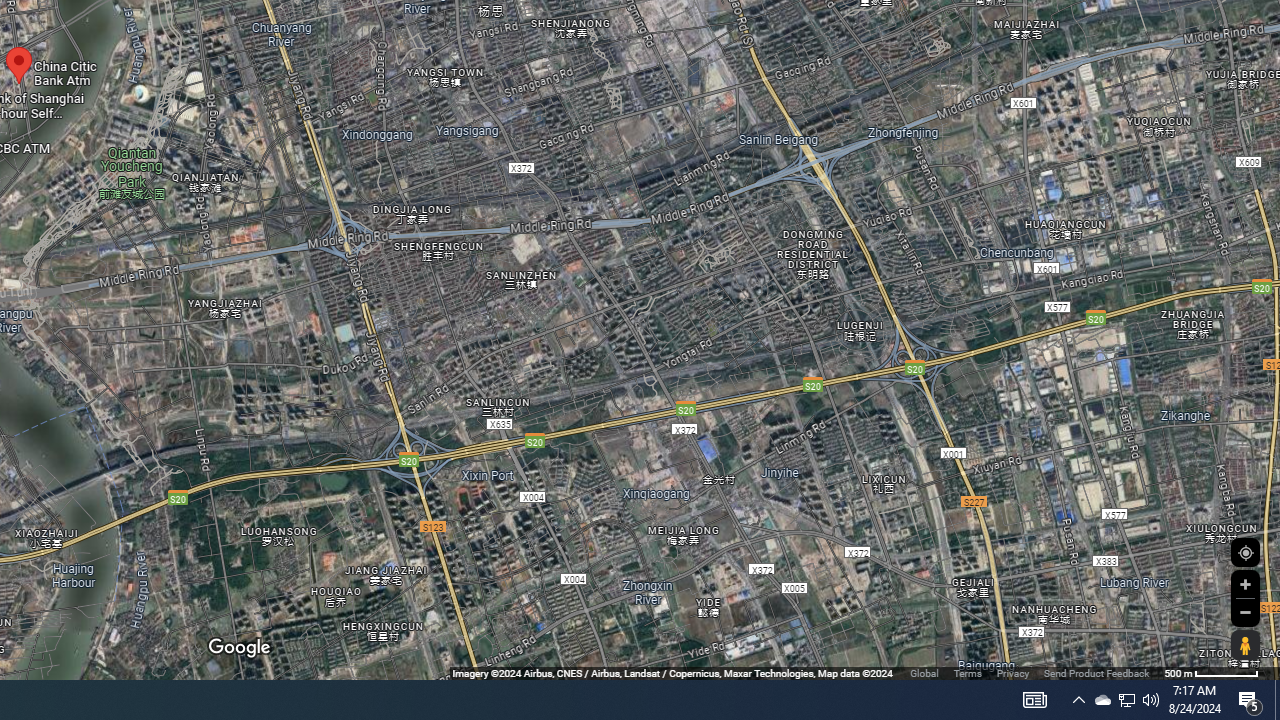 The height and width of the screenshot is (720, 1280). What do you see at coordinates (1244, 584) in the screenshot?
I see `'Zoom in'` at bounding box center [1244, 584].